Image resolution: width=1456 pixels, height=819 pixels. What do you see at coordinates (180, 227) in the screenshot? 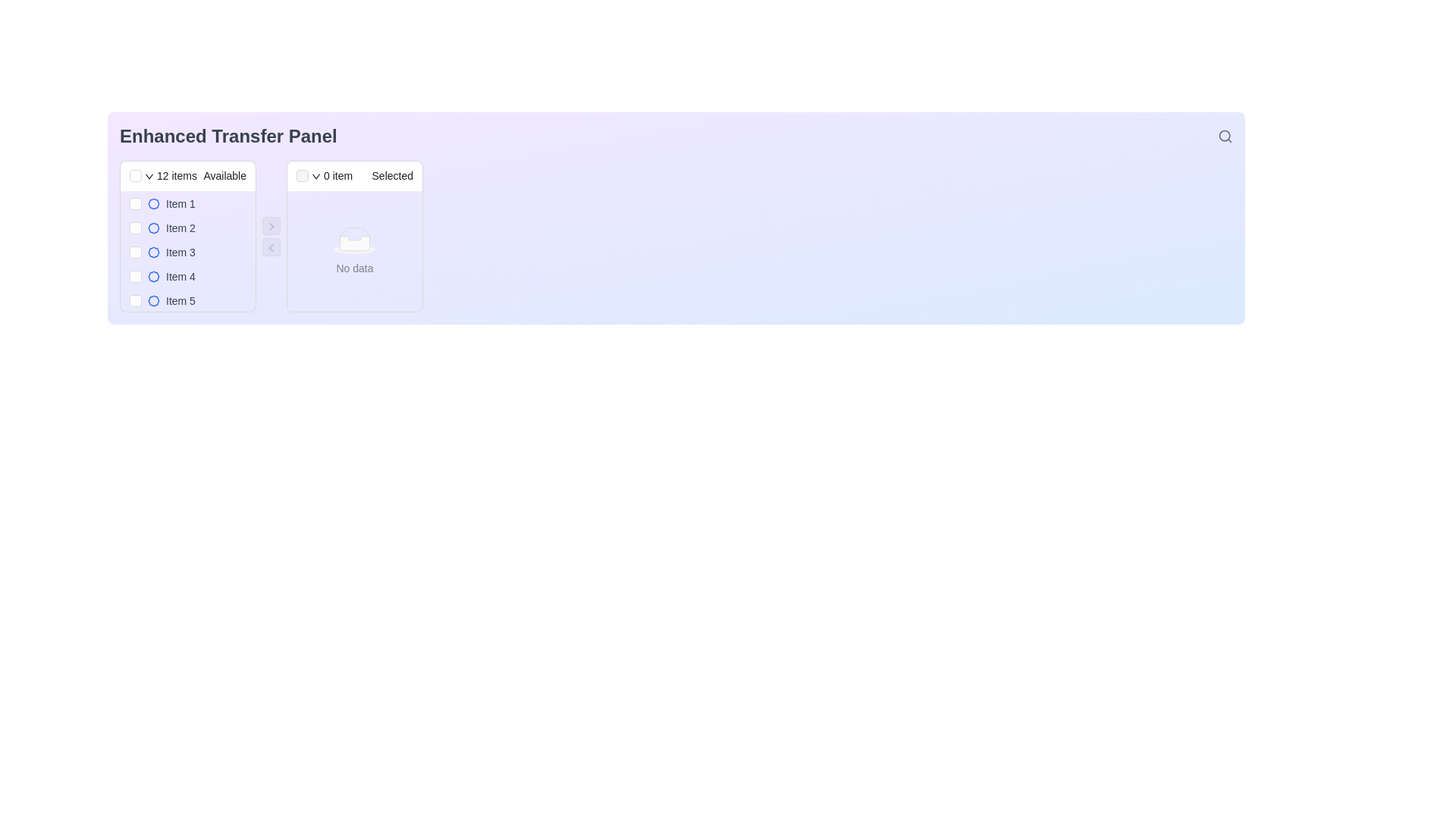
I see `information from the text label associated with 'Item 2', which is positioned beneath 'Item 1' in the 'Available' section` at bounding box center [180, 227].